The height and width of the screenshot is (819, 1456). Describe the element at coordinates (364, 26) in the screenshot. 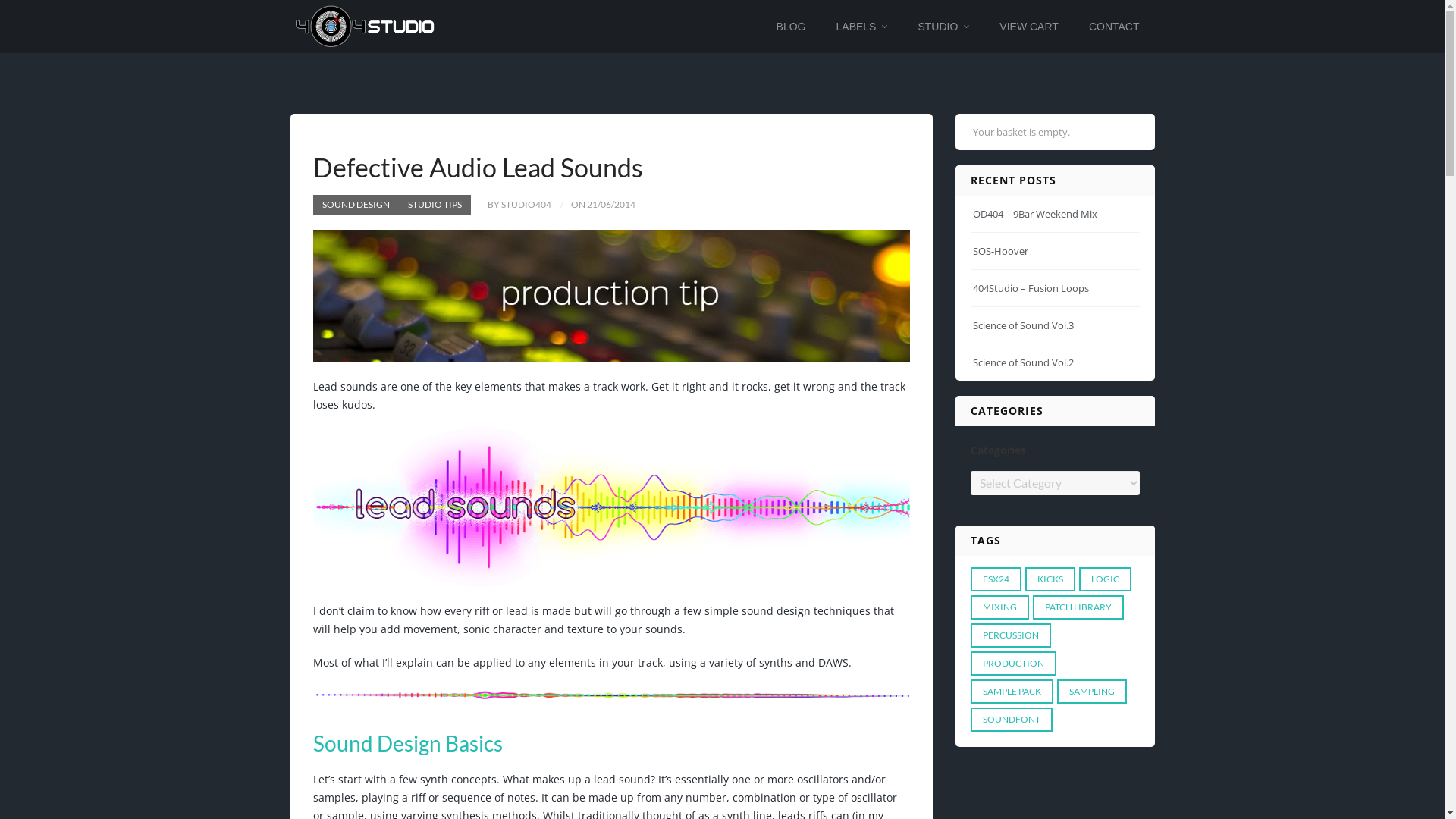

I see `'404Studio - Audio Production & Sound Design'` at that location.